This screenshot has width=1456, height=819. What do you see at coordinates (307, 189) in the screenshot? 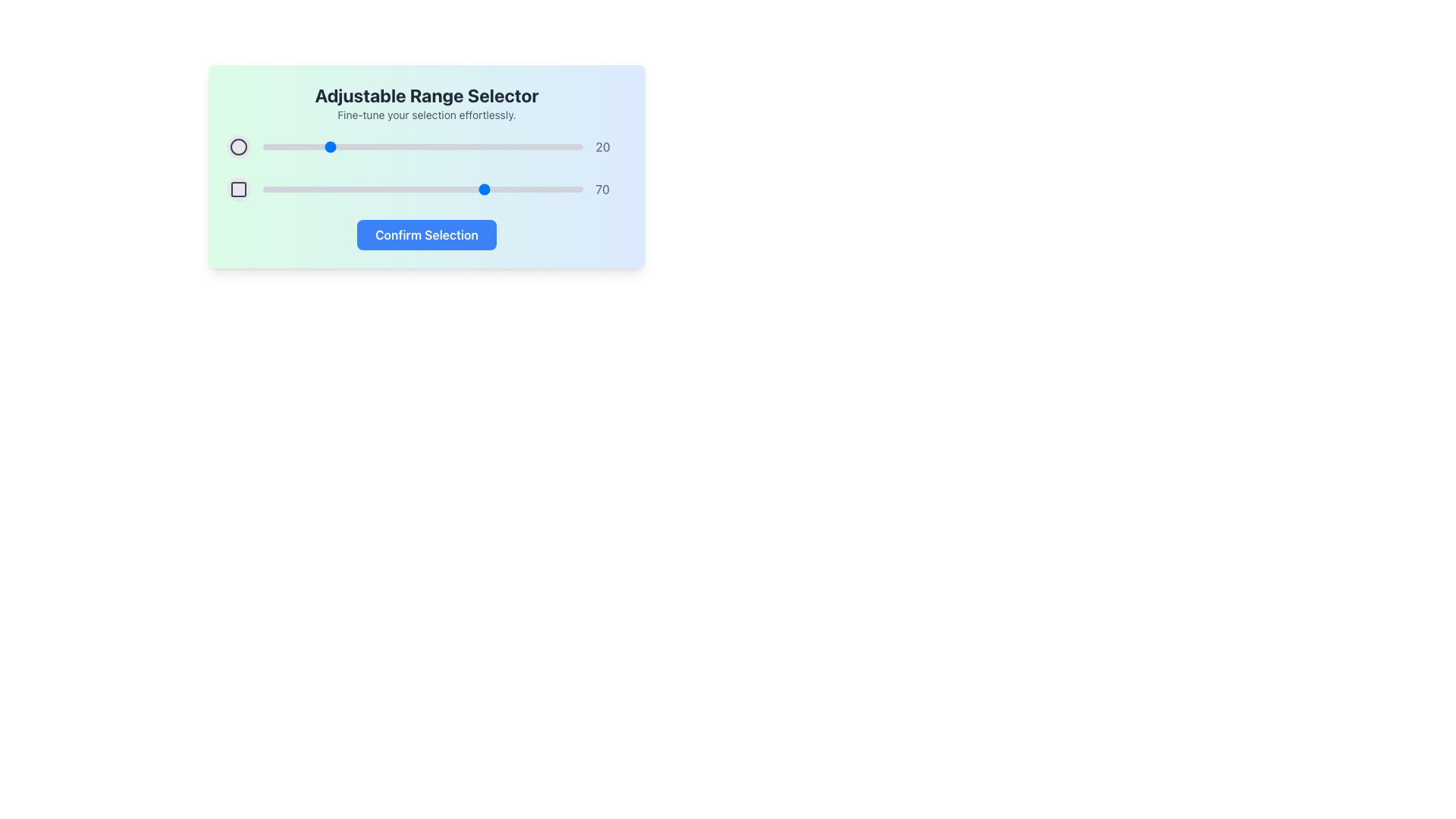
I see `the slider` at bounding box center [307, 189].